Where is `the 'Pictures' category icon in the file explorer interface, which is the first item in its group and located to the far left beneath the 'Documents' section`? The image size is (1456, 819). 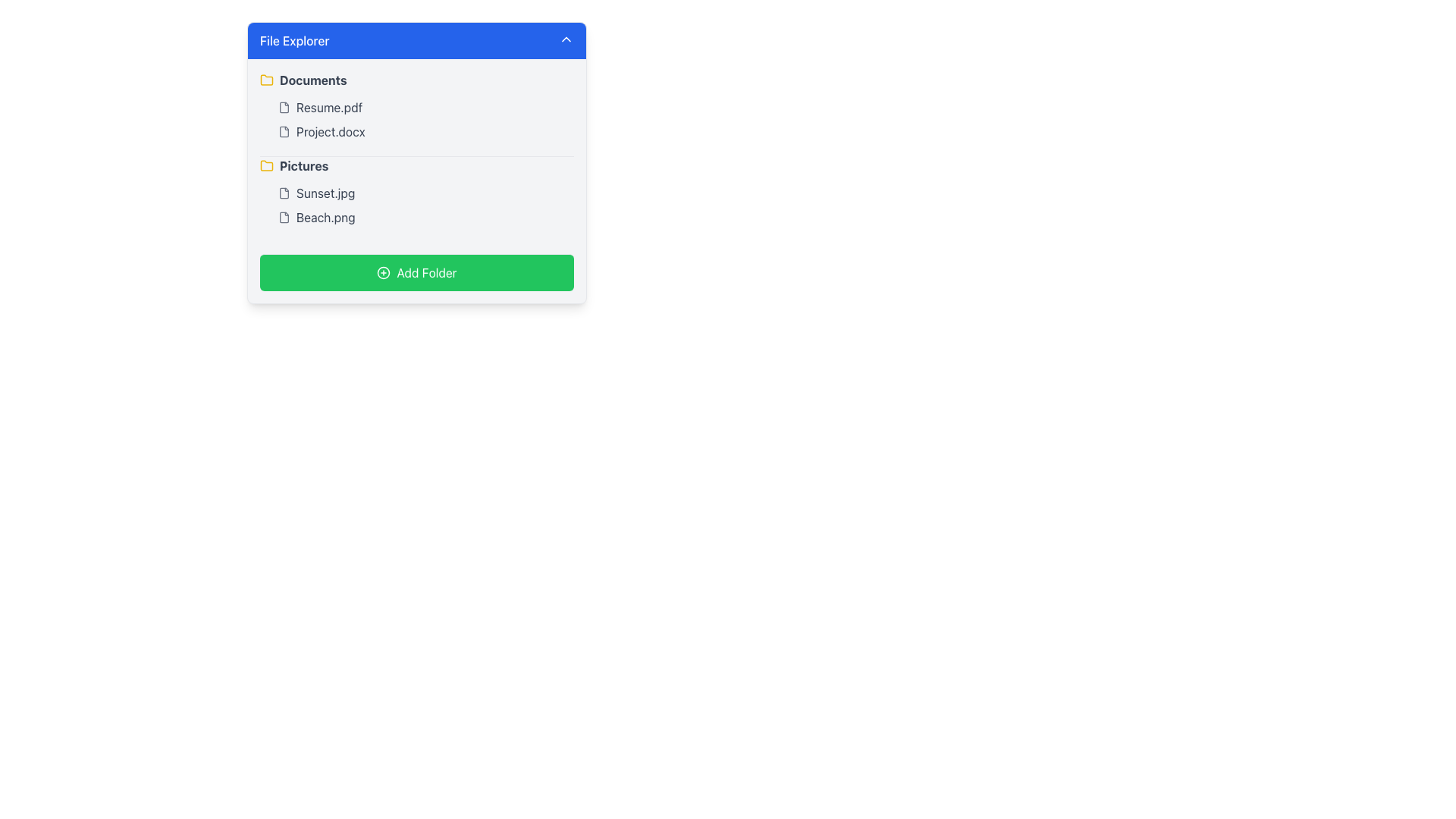
the 'Pictures' category icon in the file explorer interface, which is the first item in its group and located to the far left beneath the 'Documents' section is located at coordinates (266, 166).